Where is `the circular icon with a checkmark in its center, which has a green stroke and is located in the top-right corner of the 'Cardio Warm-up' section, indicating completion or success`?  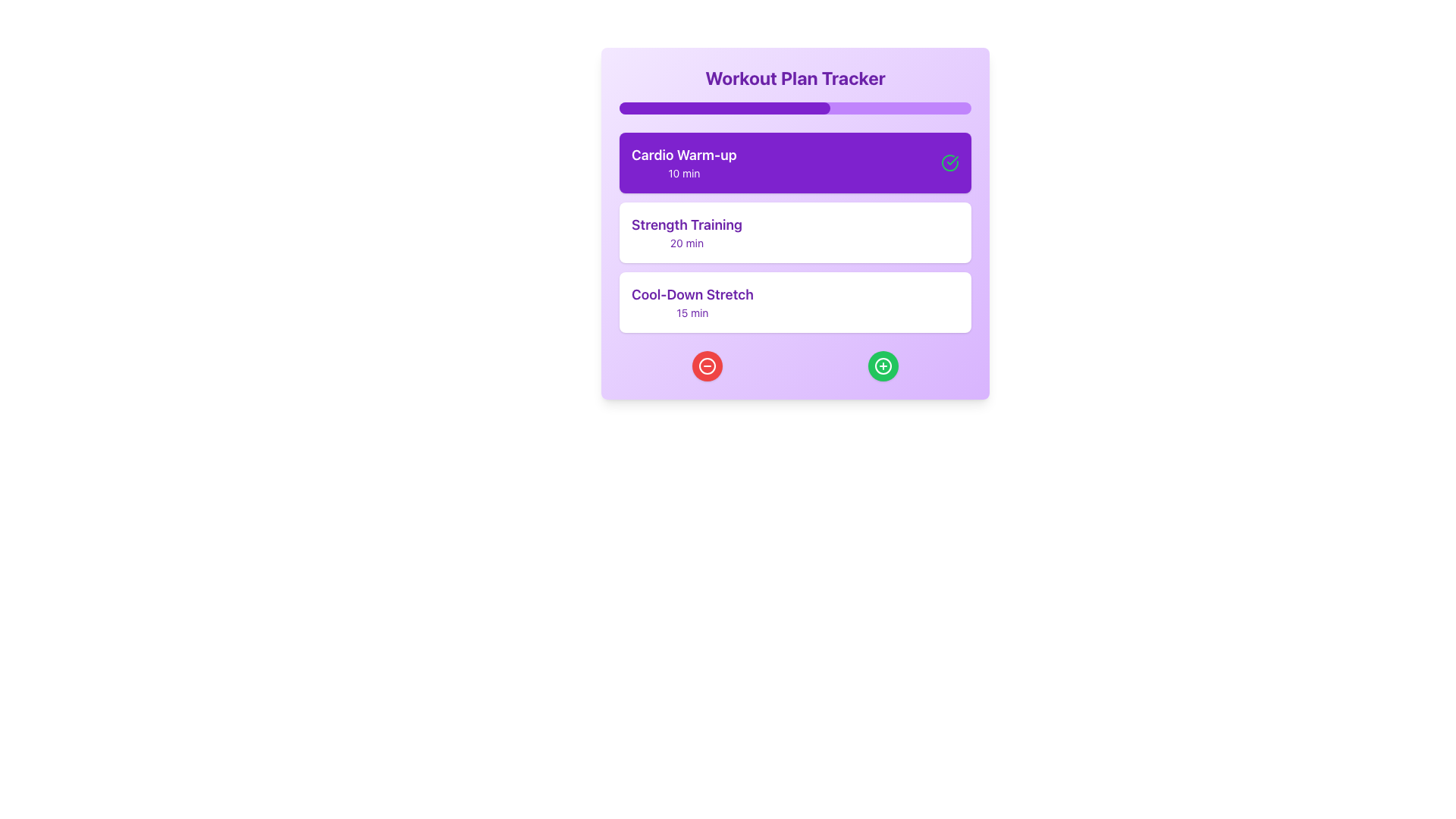 the circular icon with a checkmark in its center, which has a green stroke and is located in the top-right corner of the 'Cardio Warm-up' section, indicating completion or success is located at coordinates (949, 163).